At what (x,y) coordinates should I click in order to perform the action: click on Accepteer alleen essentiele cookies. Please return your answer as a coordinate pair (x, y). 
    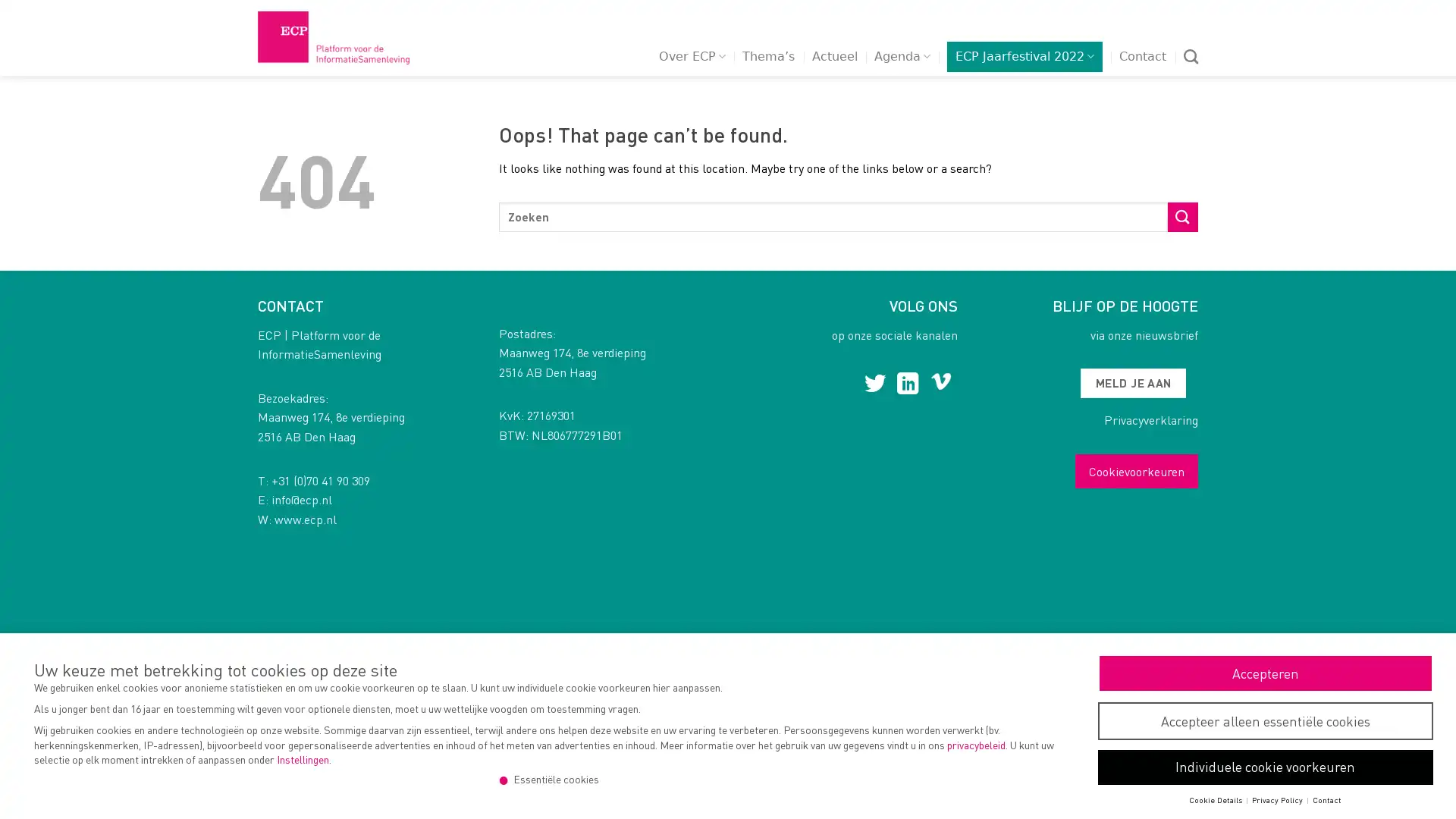
    Looking at the image, I should click on (1265, 720).